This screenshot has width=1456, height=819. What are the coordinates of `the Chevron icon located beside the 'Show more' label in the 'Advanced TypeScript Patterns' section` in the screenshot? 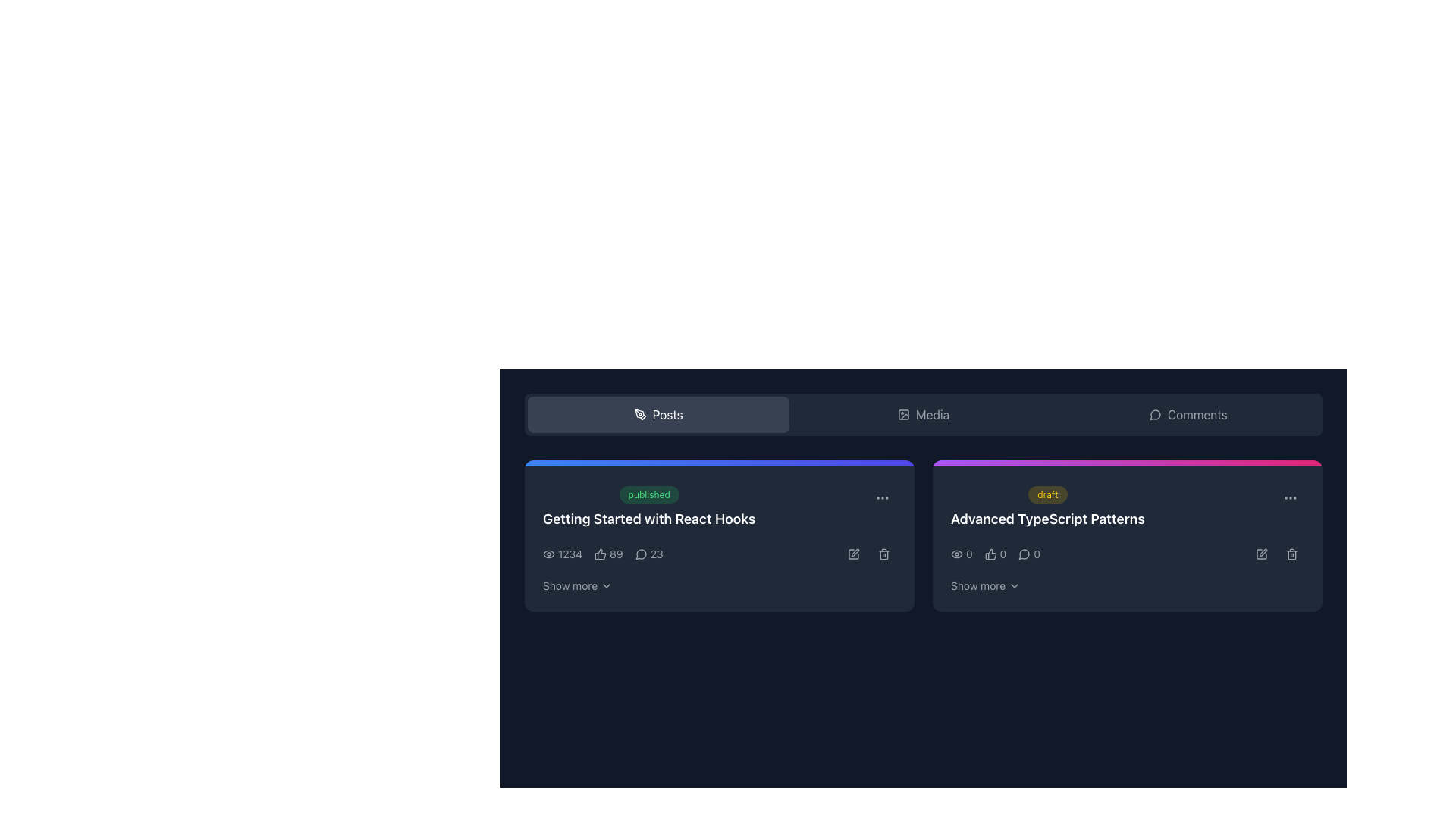 It's located at (1015, 585).